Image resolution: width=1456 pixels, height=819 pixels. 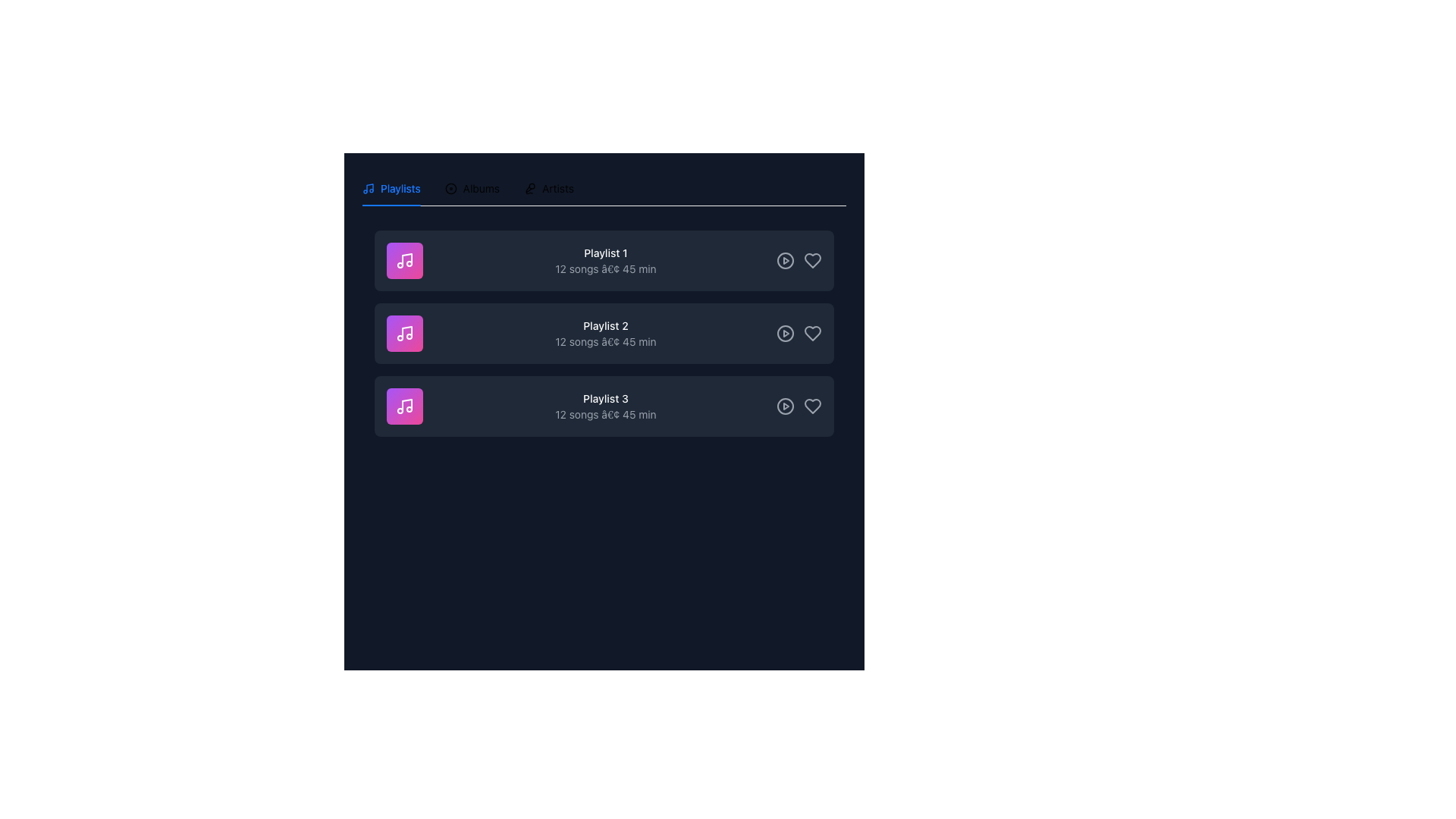 What do you see at coordinates (404, 332) in the screenshot?
I see `the square card icon with a gradient background transitioning from purple to pink, which contains a white musical note icon, located at the left side of the second entry in a vertical list of playlist items, aligned with the 'Playlist 2' text` at bounding box center [404, 332].